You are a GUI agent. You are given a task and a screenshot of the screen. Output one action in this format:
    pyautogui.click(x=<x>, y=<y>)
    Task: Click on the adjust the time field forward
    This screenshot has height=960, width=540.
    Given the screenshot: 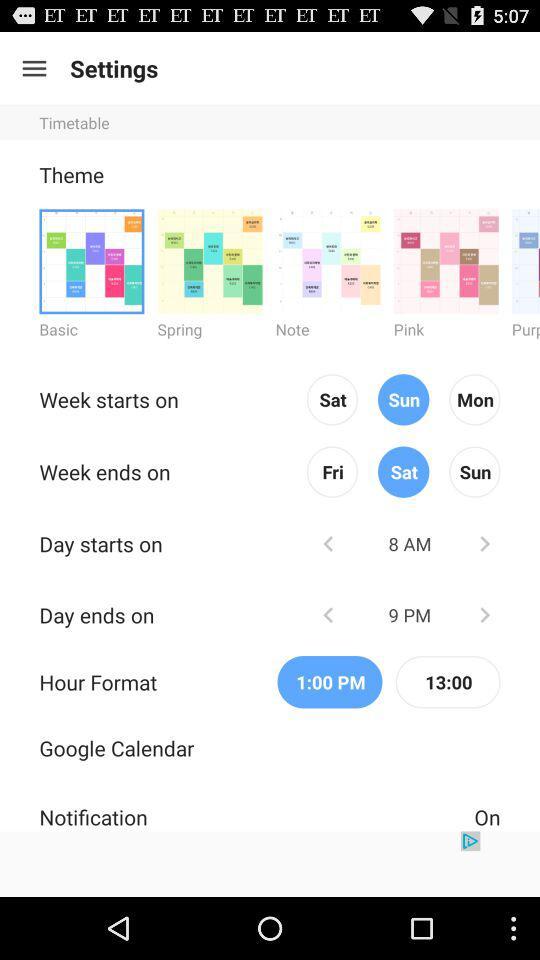 What is the action you would take?
    pyautogui.click(x=483, y=613)
    